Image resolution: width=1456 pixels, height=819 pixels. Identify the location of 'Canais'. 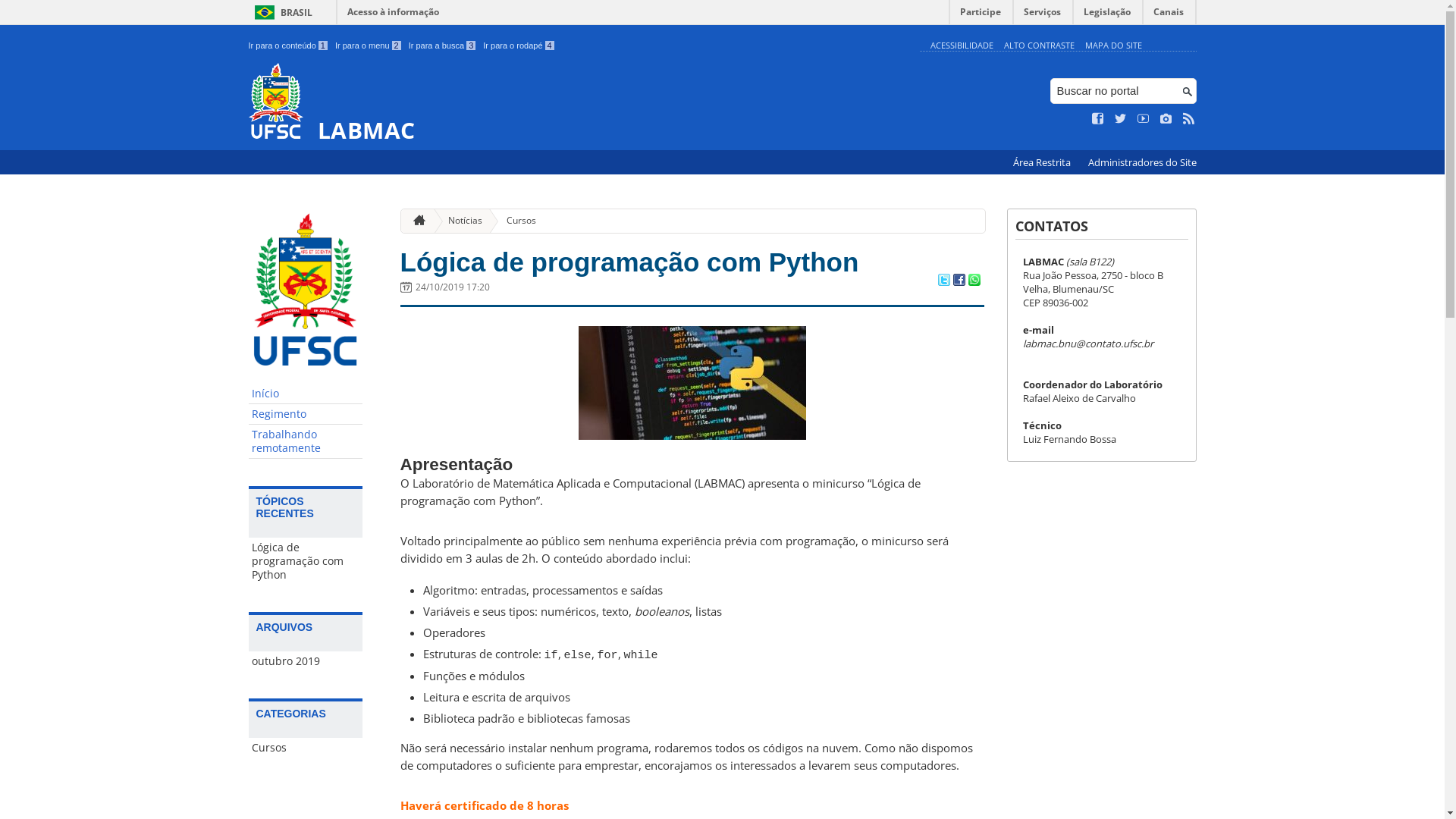
(1168, 15).